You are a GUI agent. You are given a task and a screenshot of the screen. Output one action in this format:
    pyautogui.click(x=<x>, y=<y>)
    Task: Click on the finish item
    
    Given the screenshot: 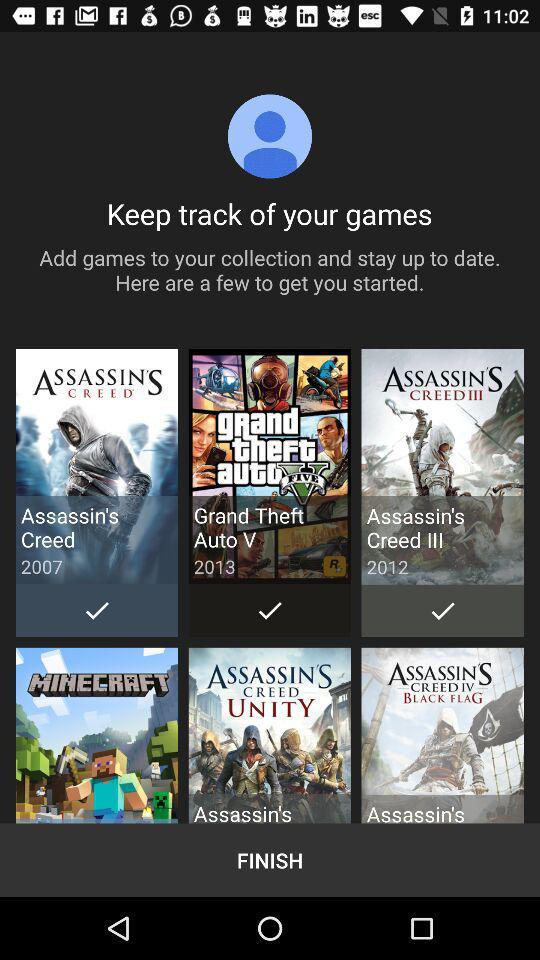 What is the action you would take?
    pyautogui.click(x=270, y=859)
    